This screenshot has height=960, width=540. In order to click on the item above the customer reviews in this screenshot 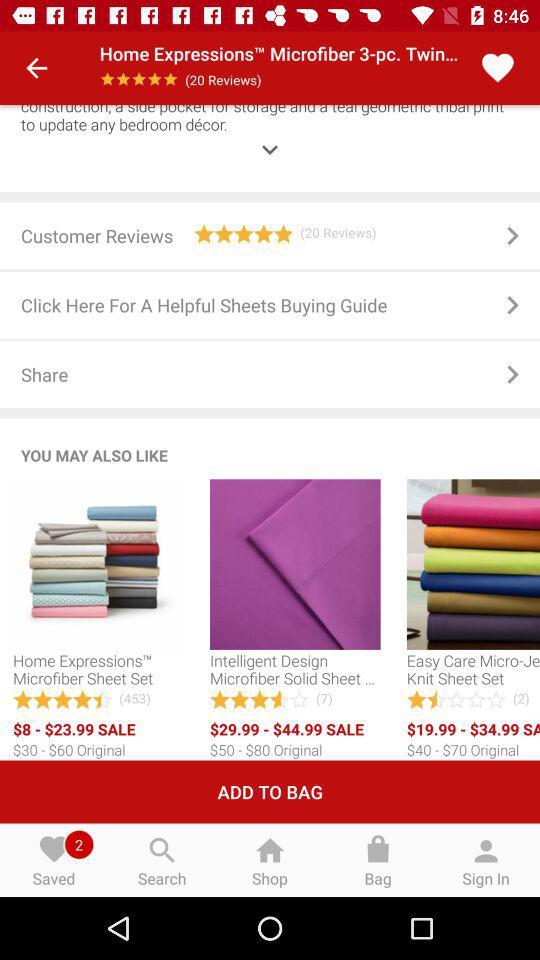, I will do `click(270, 134)`.